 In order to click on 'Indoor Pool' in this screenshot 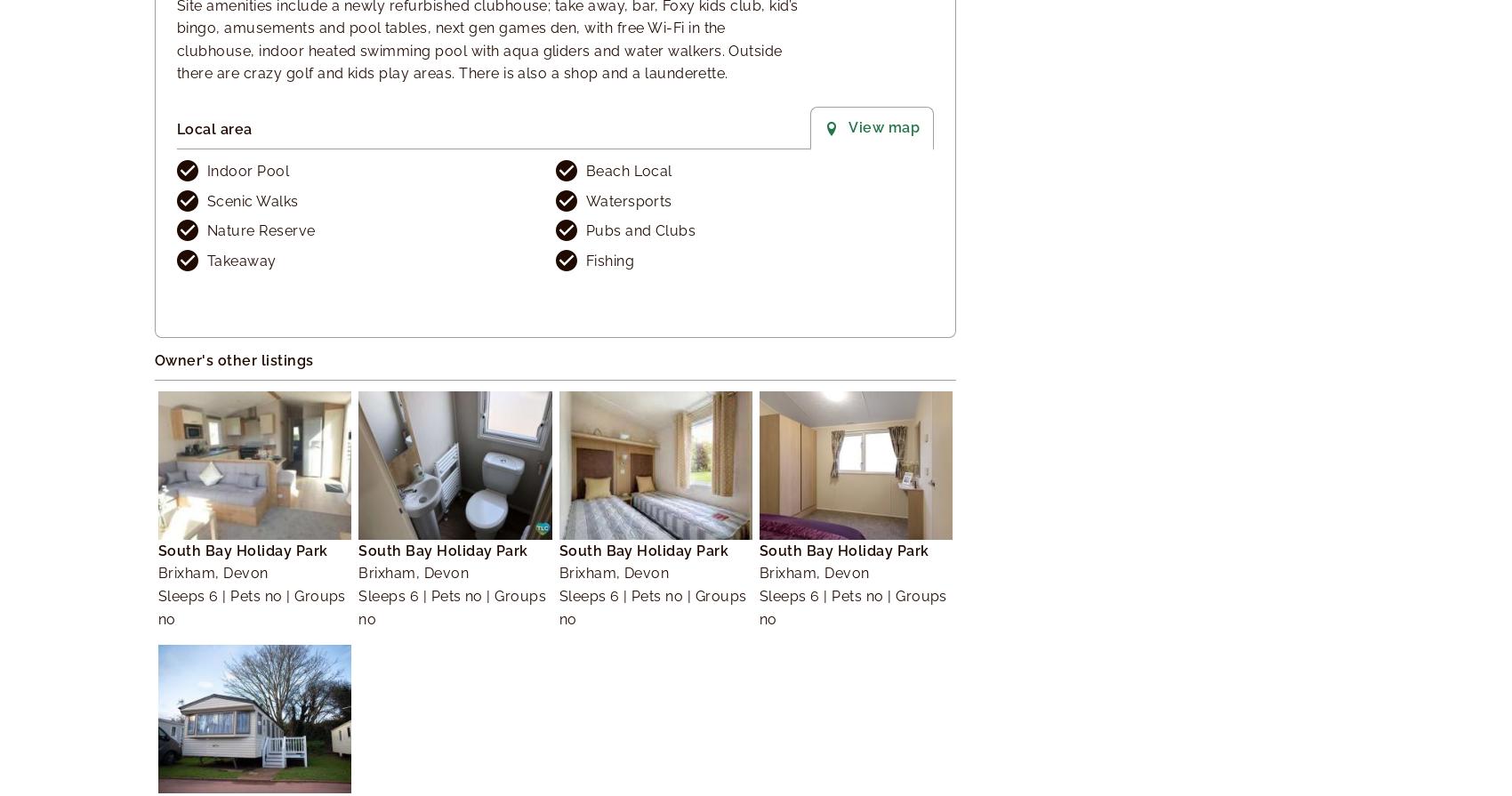, I will do `click(247, 171)`.